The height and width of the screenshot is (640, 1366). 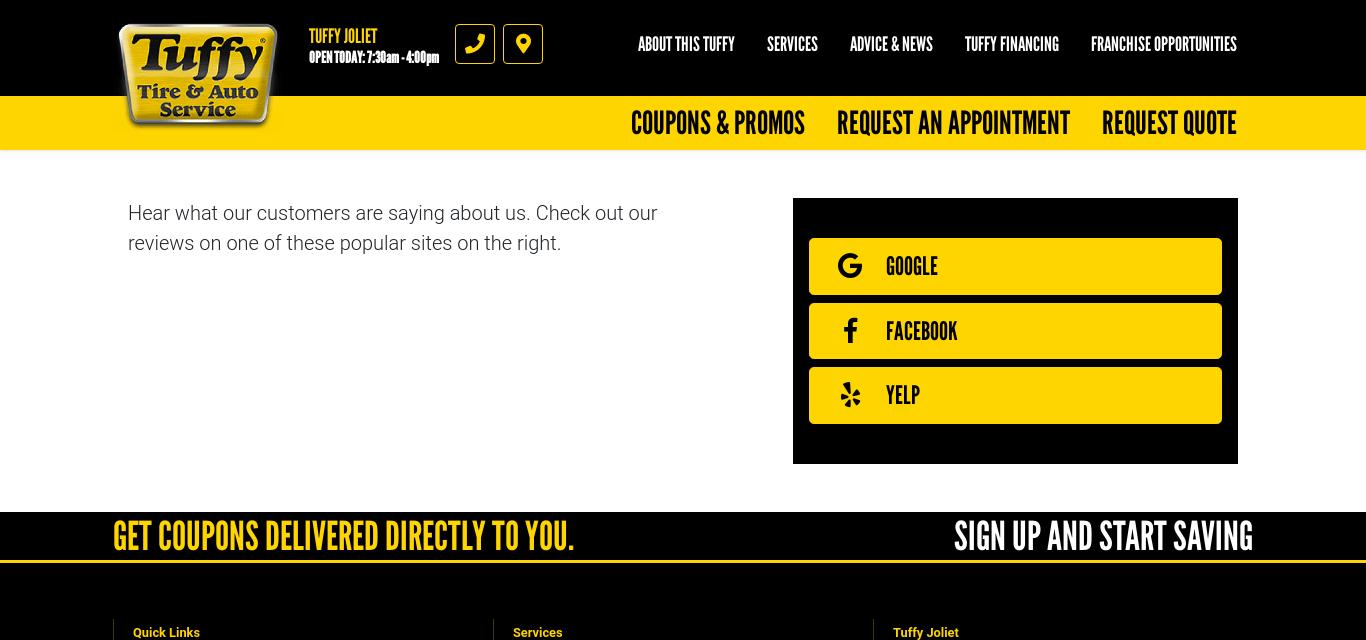 I want to click on 'Yelp', so click(x=900, y=395).